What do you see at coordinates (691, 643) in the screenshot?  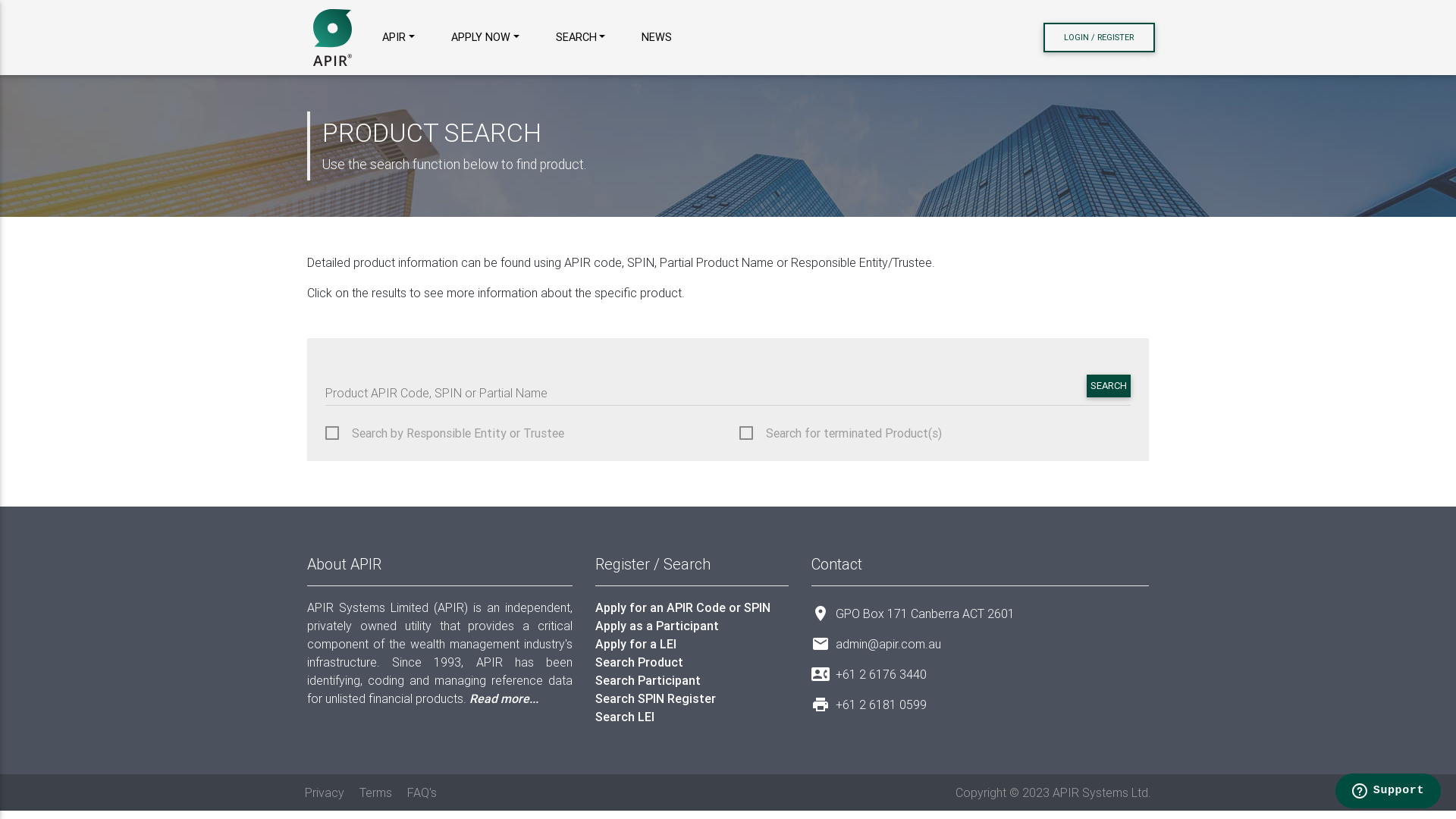 I see `'Apply for a LEI'` at bounding box center [691, 643].